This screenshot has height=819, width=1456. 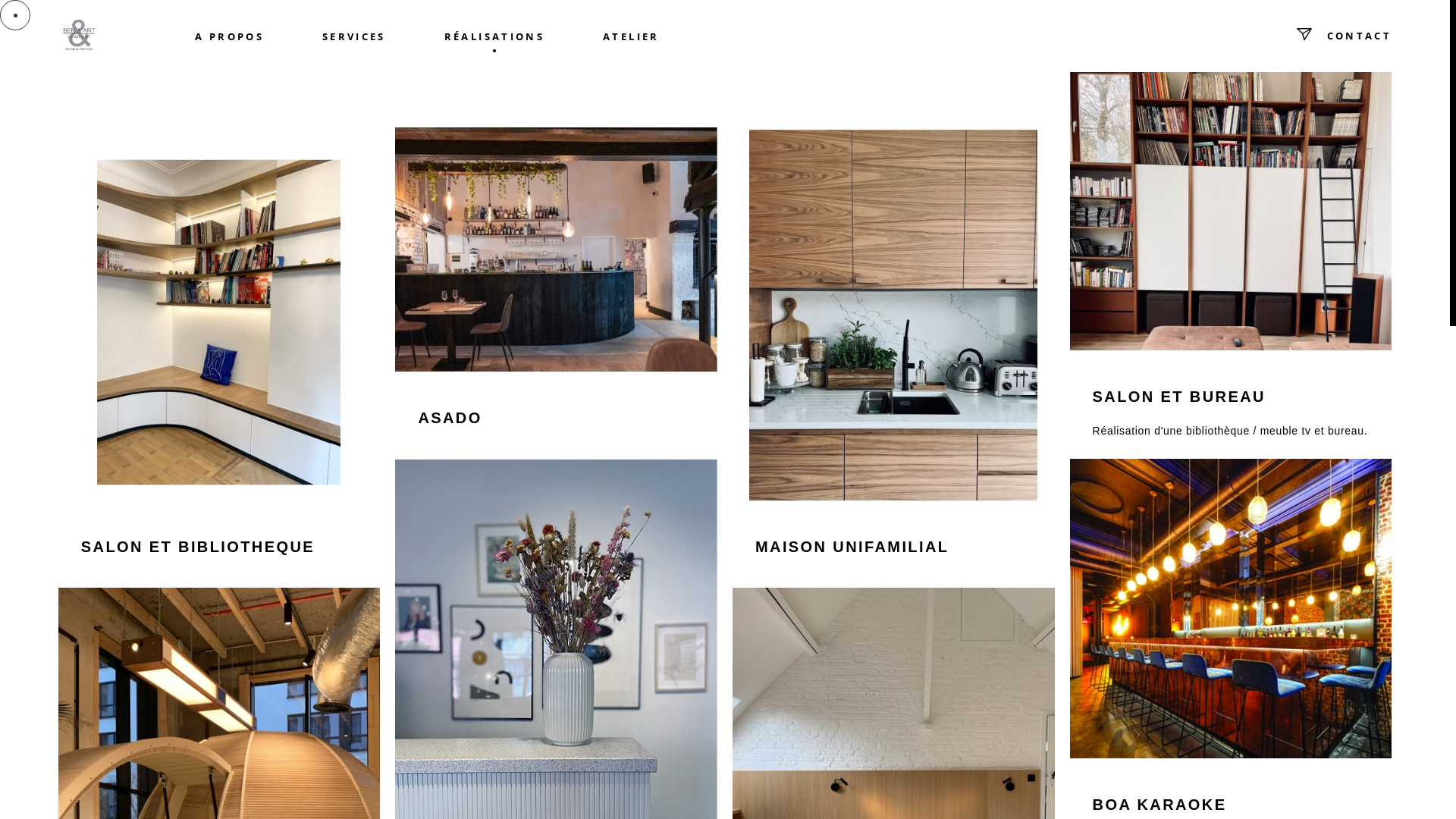 What do you see at coordinates (1266, 34) in the screenshot?
I see `'CONTACT` at bounding box center [1266, 34].